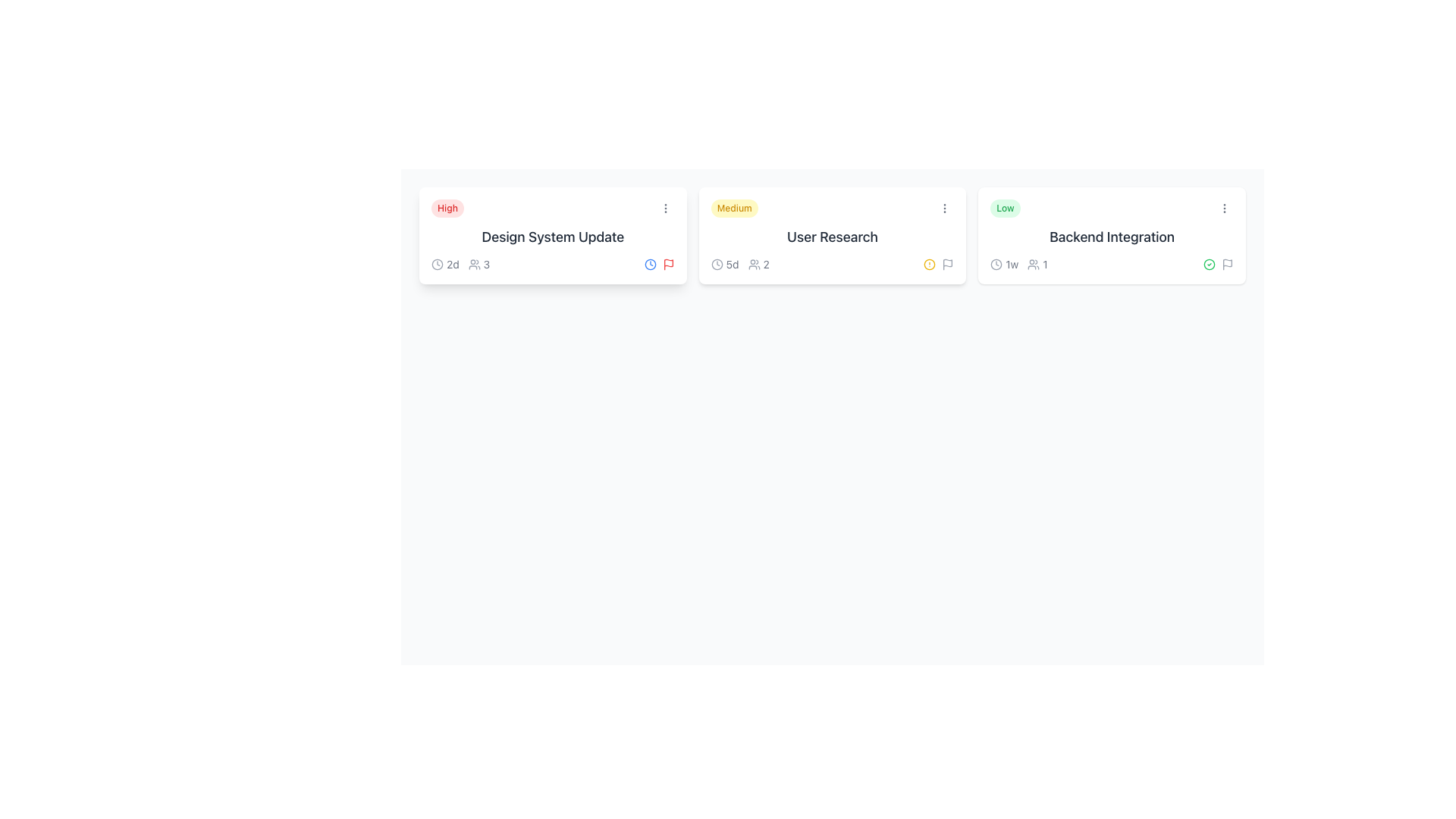 Image resolution: width=1456 pixels, height=819 pixels. Describe the element at coordinates (473, 263) in the screenshot. I see `the small human silhouette icon representing users associated with the 'Design System Update' task` at that location.